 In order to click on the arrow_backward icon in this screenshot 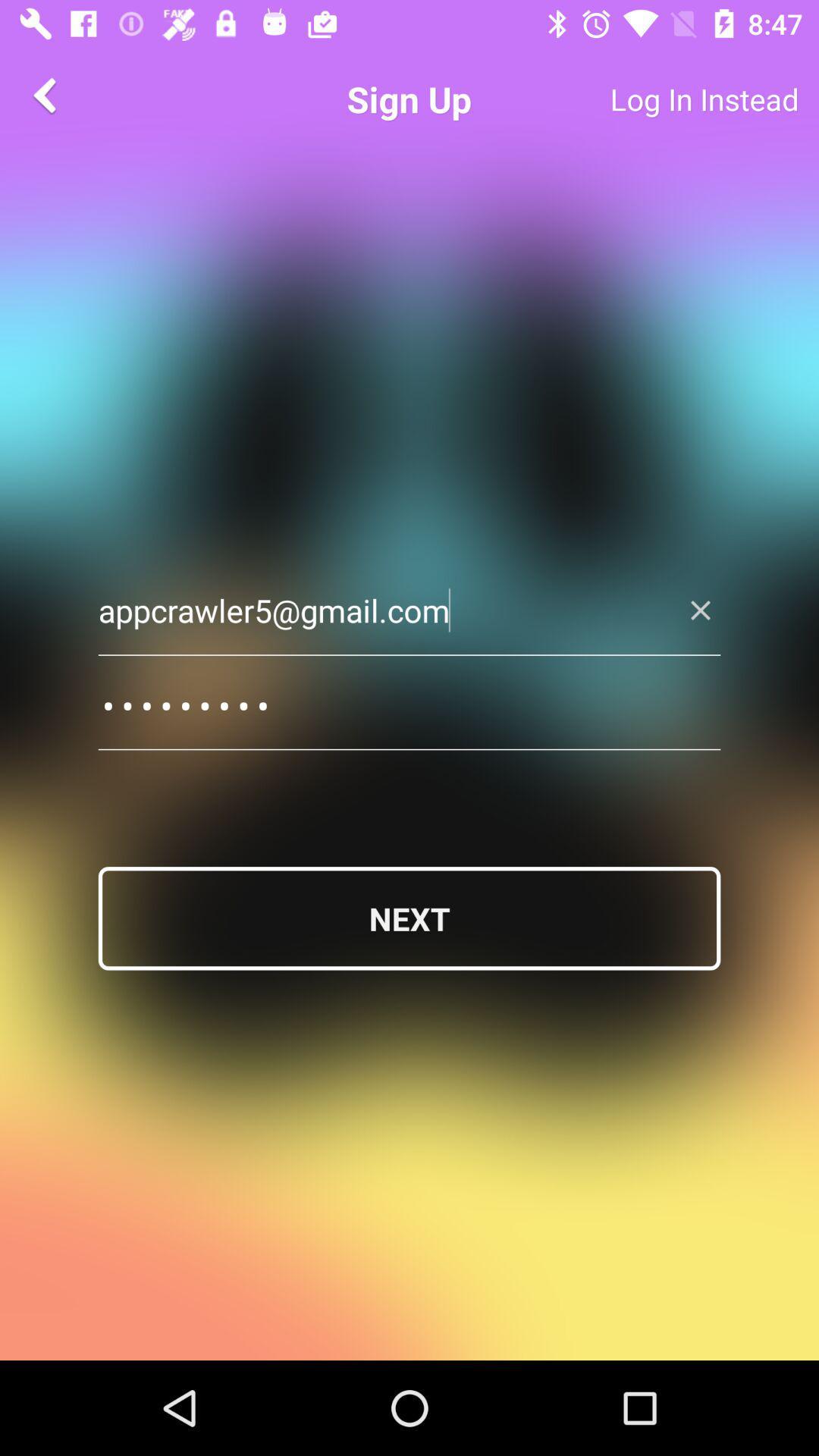, I will do `click(46, 94)`.